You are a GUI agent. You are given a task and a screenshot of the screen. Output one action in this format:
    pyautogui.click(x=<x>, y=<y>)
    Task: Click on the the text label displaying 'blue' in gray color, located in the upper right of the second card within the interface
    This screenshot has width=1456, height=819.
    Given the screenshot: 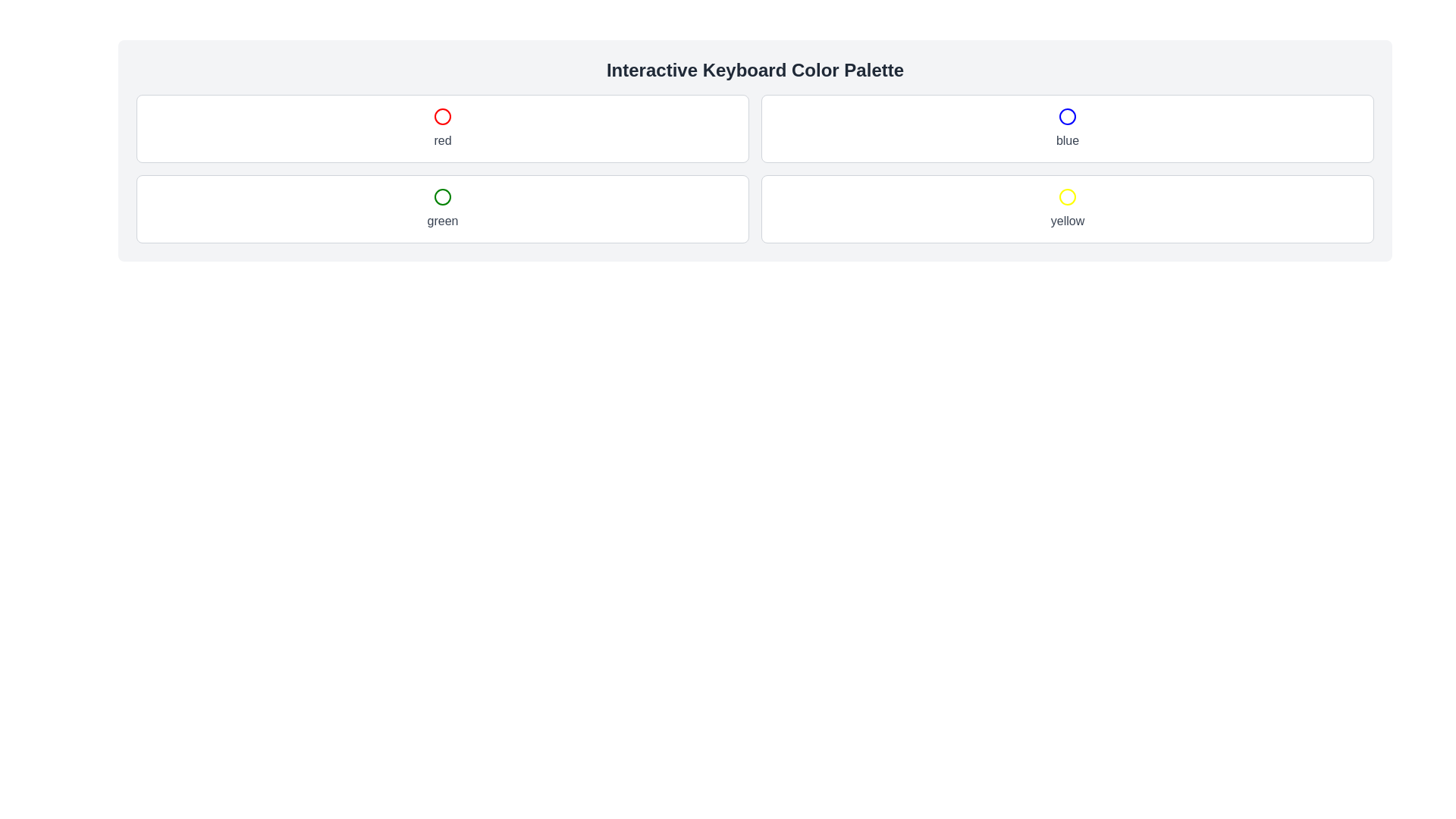 What is the action you would take?
    pyautogui.click(x=1066, y=140)
    